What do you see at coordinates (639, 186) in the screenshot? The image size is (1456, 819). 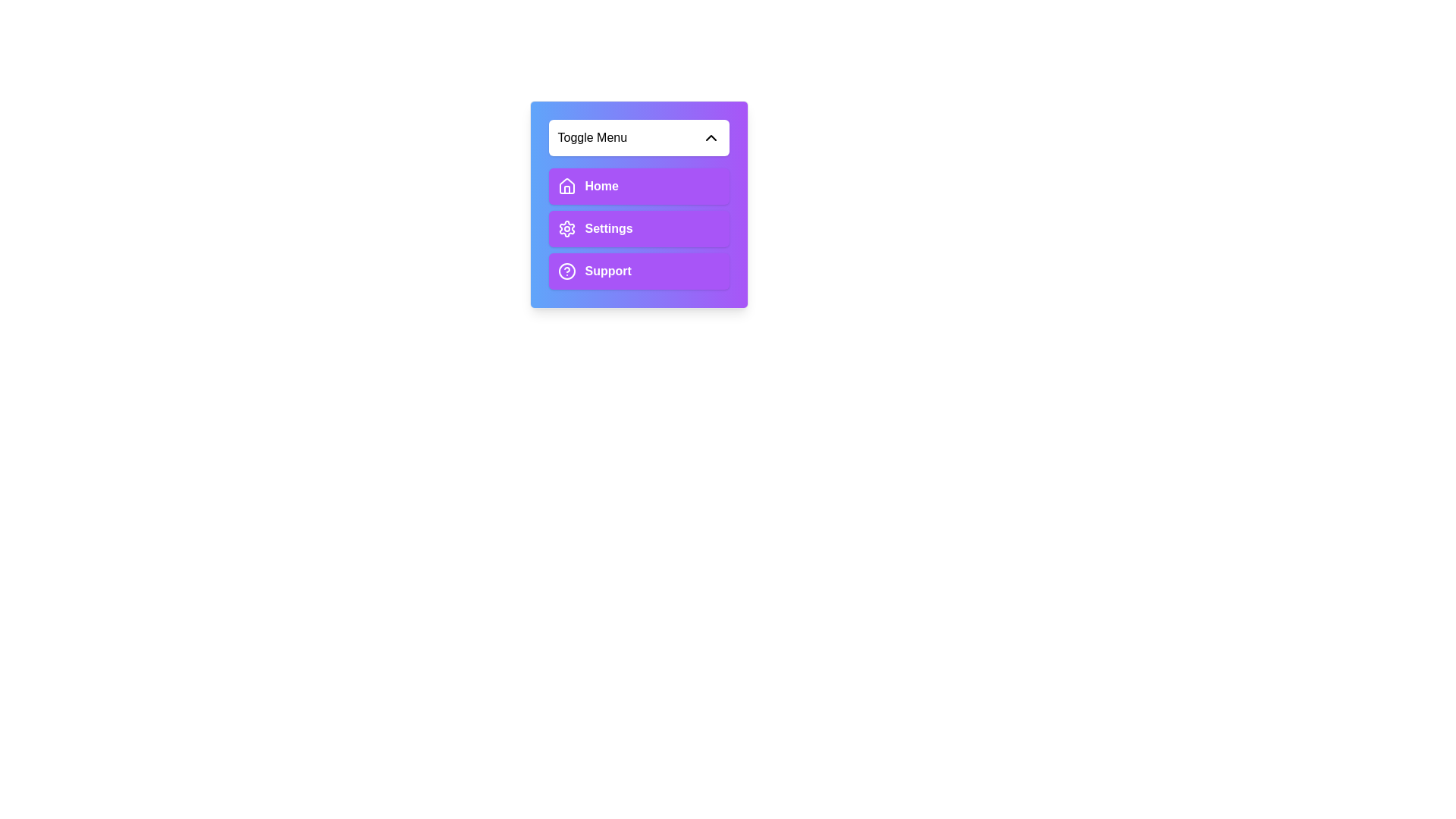 I see `the 'Home' navigation button located at the top of a vertical stack within a dropdown menu` at bounding box center [639, 186].